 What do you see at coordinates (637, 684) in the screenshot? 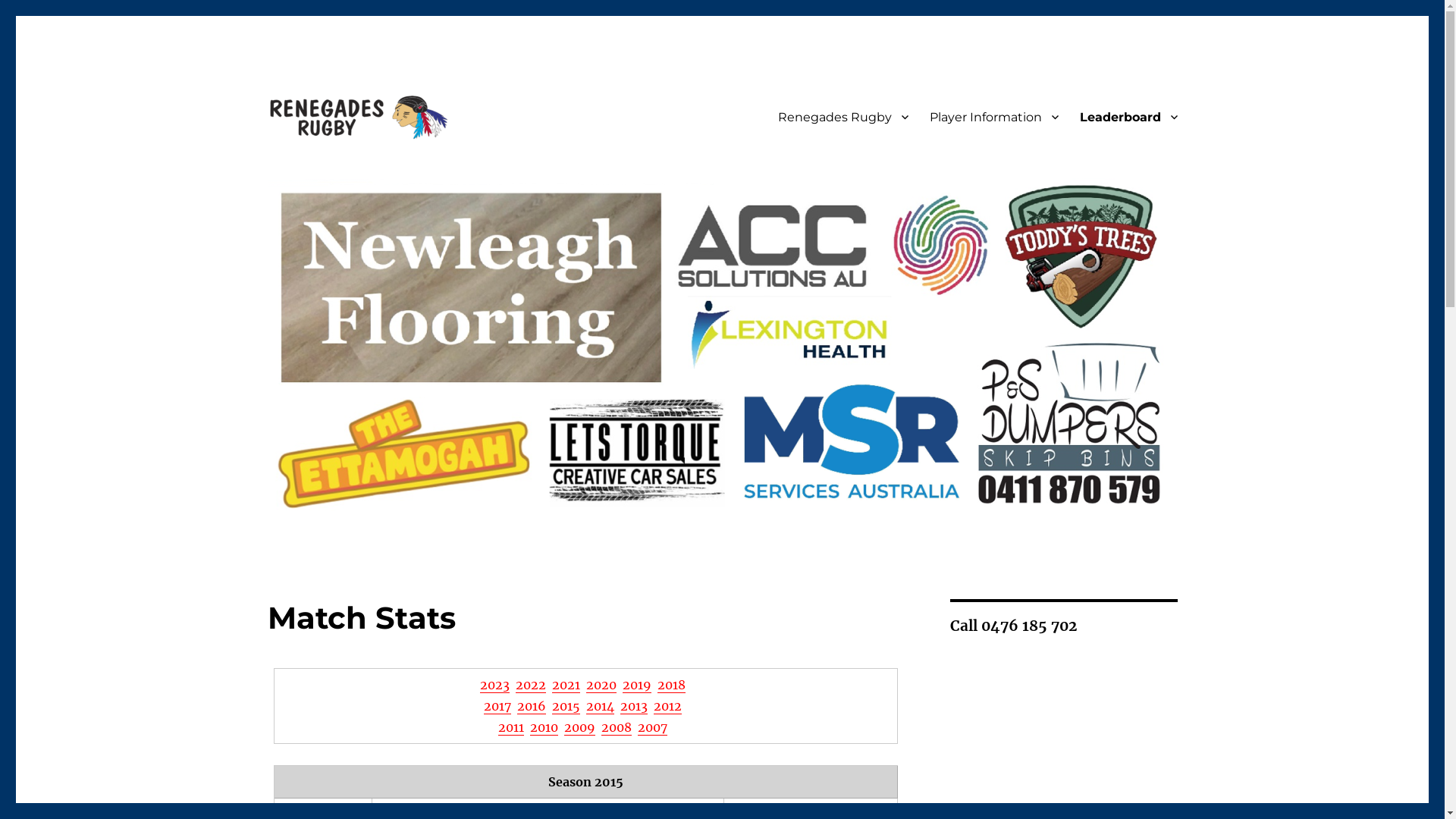
I see `'2019'` at bounding box center [637, 684].